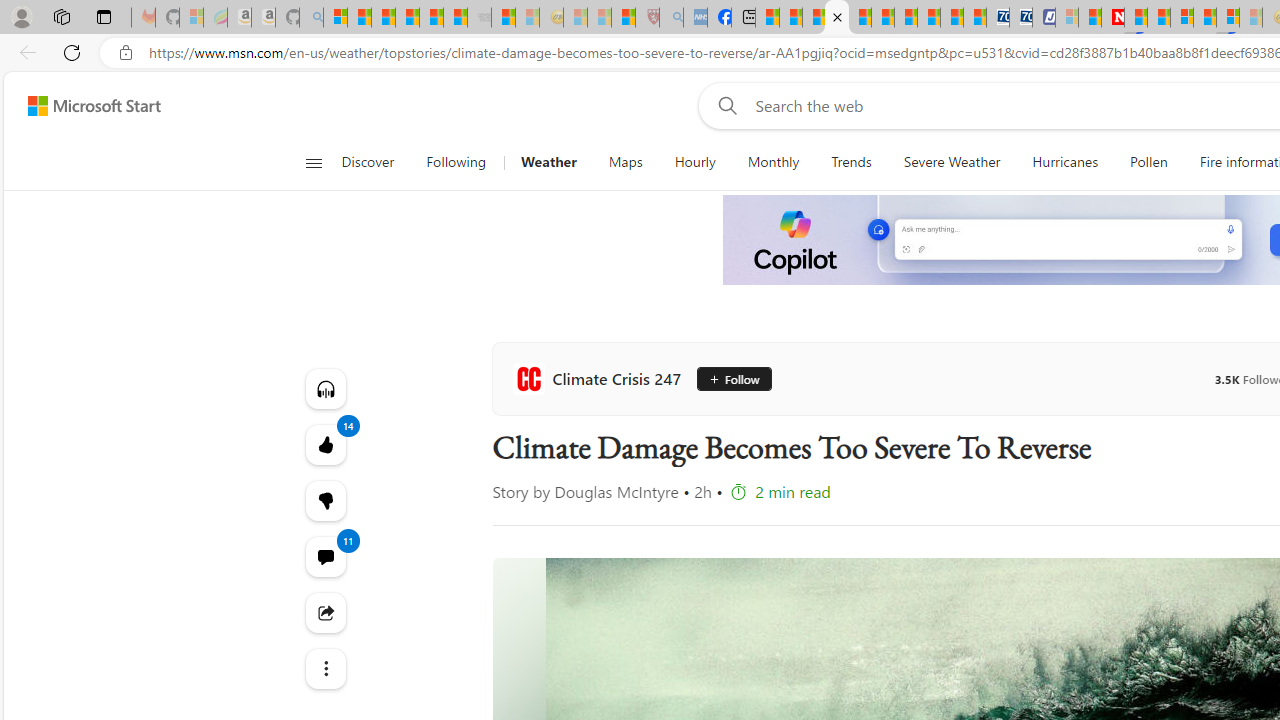 The width and height of the screenshot is (1280, 720). I want to click on 'Monthly', so click(772, 162).